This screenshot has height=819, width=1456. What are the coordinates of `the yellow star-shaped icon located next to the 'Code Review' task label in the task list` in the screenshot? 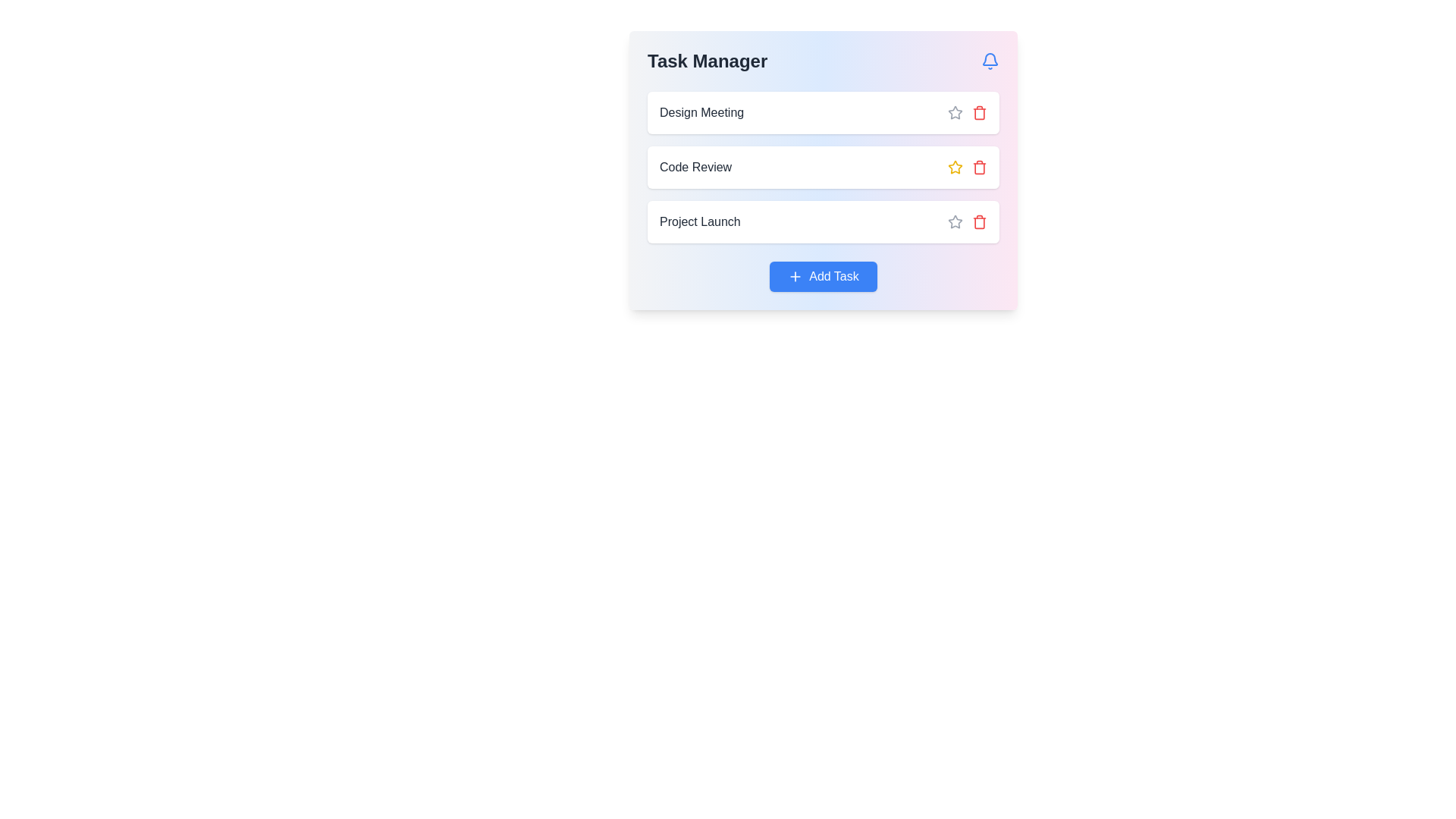 It's located at (954, 167).